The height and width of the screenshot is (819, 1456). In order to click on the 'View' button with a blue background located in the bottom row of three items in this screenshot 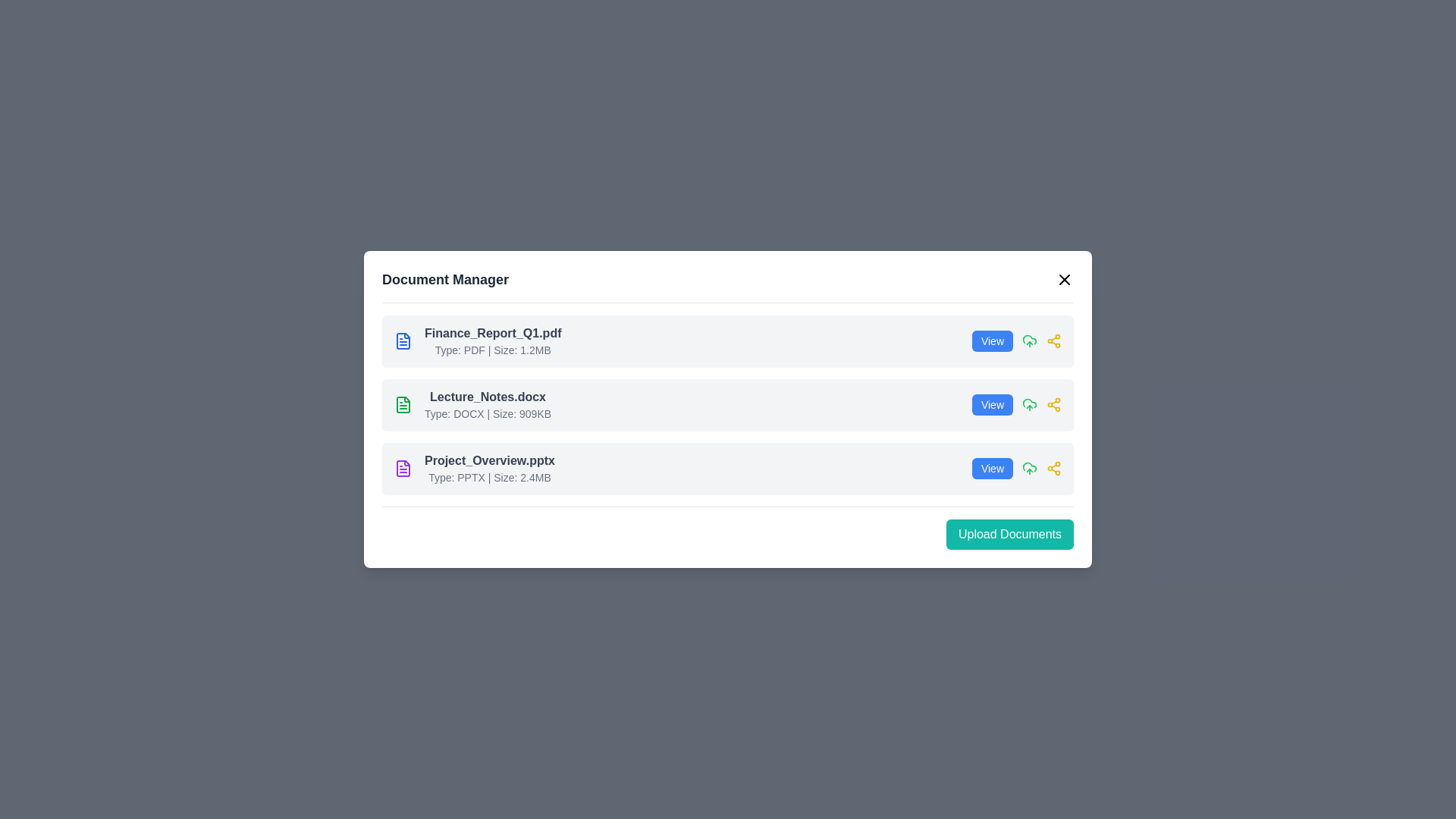, I will do `click(1016, 467)`.